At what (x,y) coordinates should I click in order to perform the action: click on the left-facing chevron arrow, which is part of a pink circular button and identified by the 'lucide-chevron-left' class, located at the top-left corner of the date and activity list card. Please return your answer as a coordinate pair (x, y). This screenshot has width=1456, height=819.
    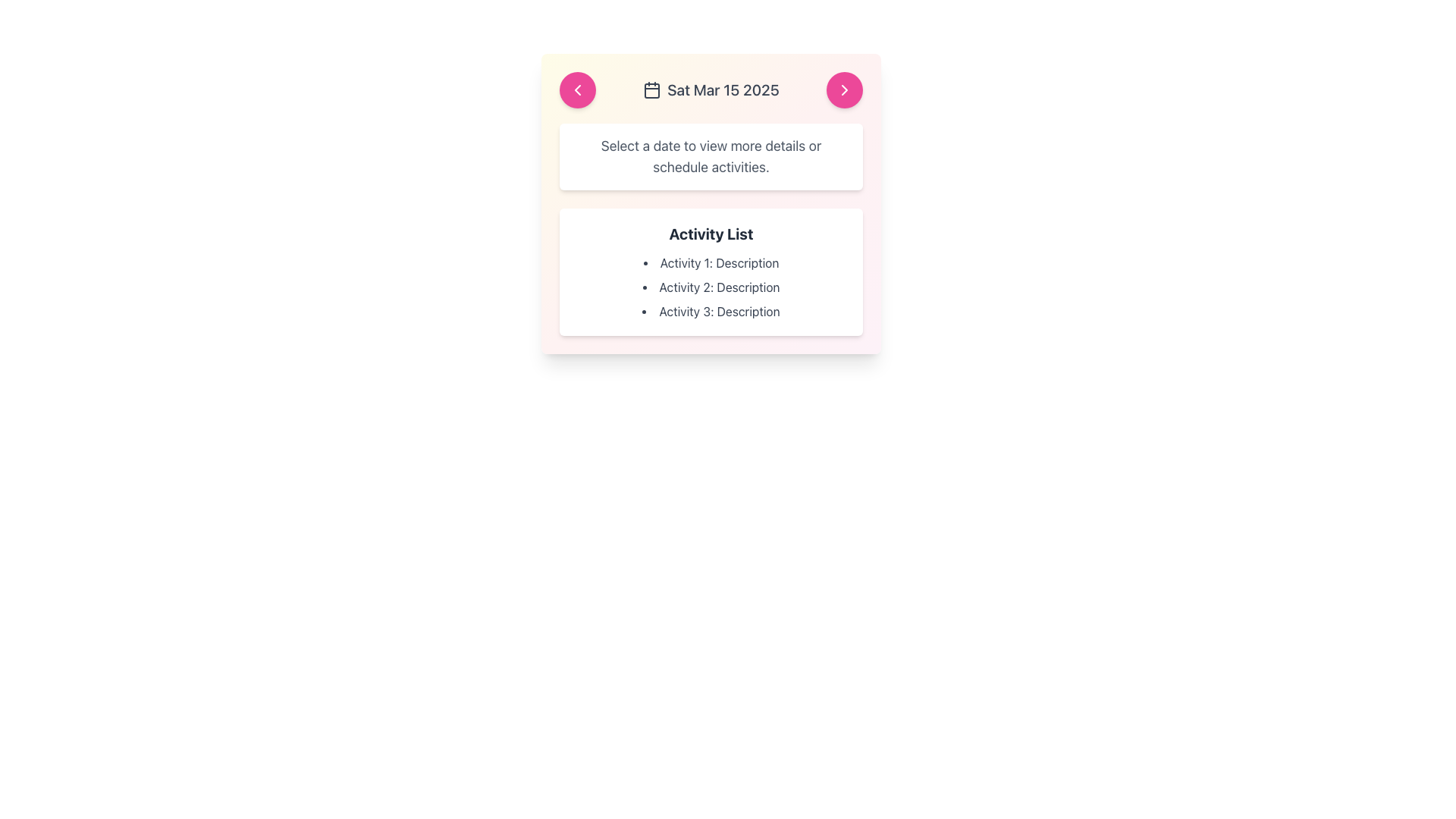
    Looking at the image, I should click on (577, 90).